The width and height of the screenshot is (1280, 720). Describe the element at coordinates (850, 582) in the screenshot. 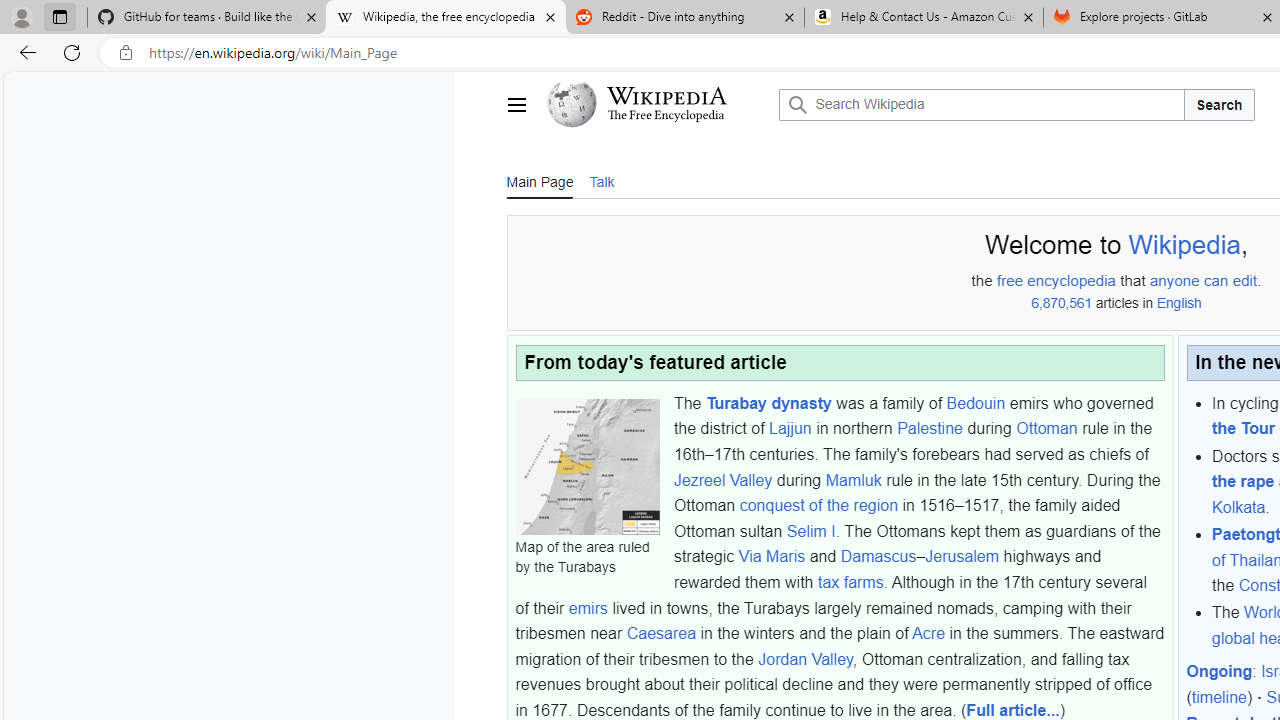

I see `'tax farms'` at that location.